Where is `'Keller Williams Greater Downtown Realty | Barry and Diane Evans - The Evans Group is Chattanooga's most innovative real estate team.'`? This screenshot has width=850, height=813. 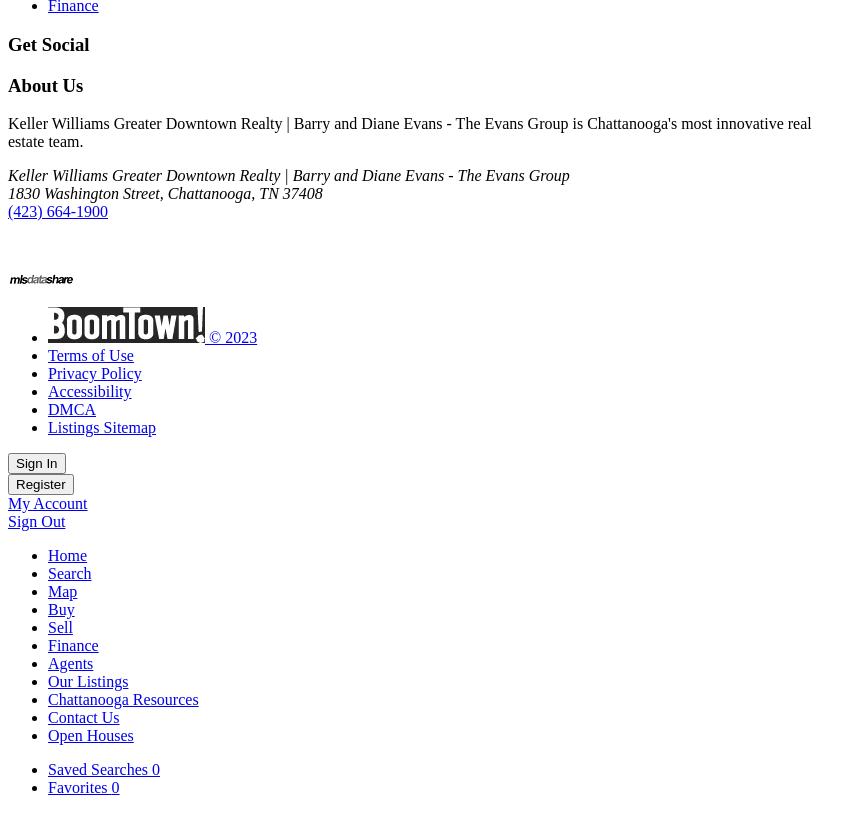
'Keller Williams Greater Downtown Realty | Barry and Diane Evans - The Evans Group is Chattanooga's most innovative real estate team.' is located at coordinates (409, 131).